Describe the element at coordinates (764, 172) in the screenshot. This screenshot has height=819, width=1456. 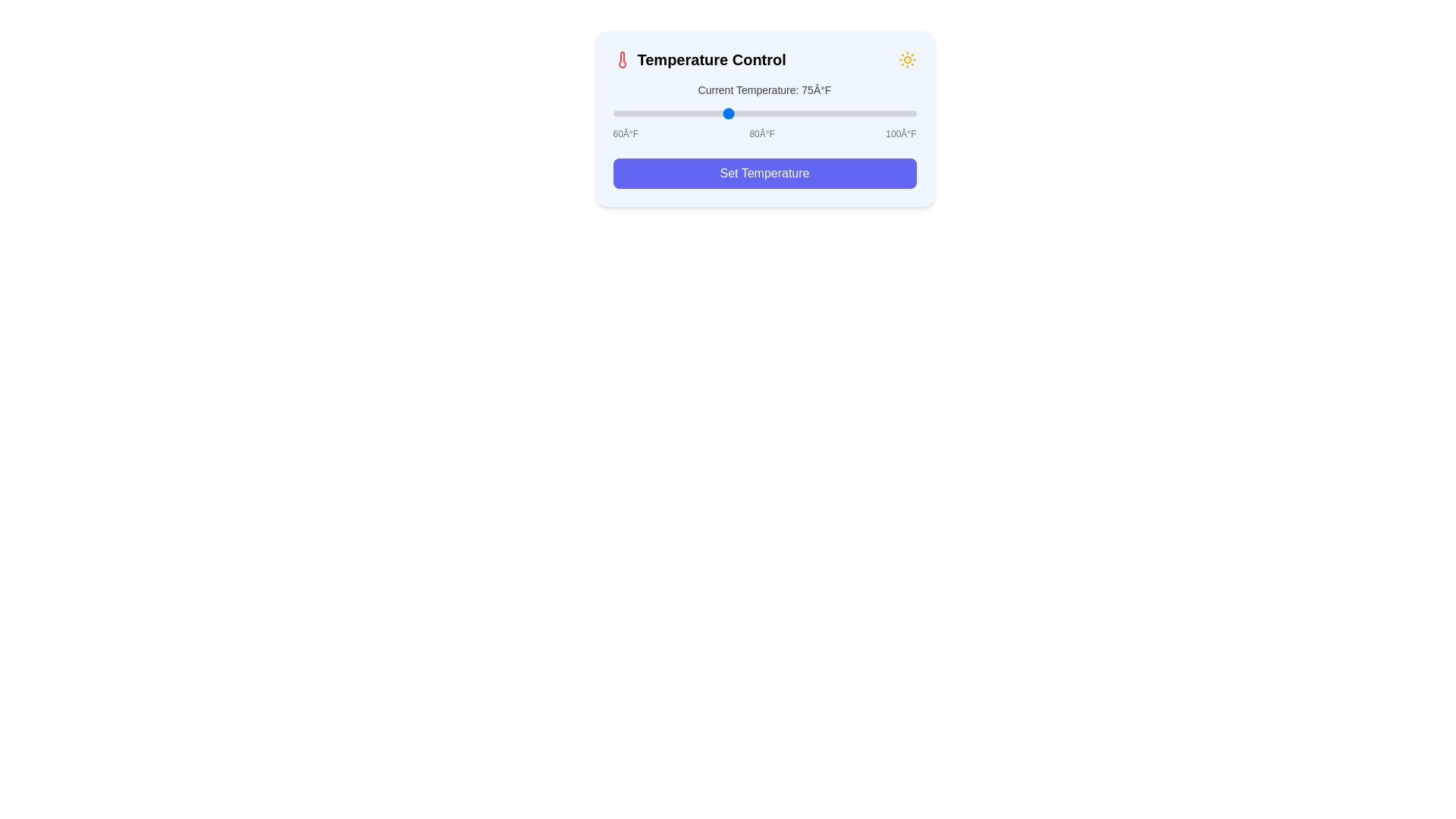
I see `the 'Set Temperature' button, which is a purple rectangular button with white text, located at the bottom of the 'Temperature Control' card` at that location.